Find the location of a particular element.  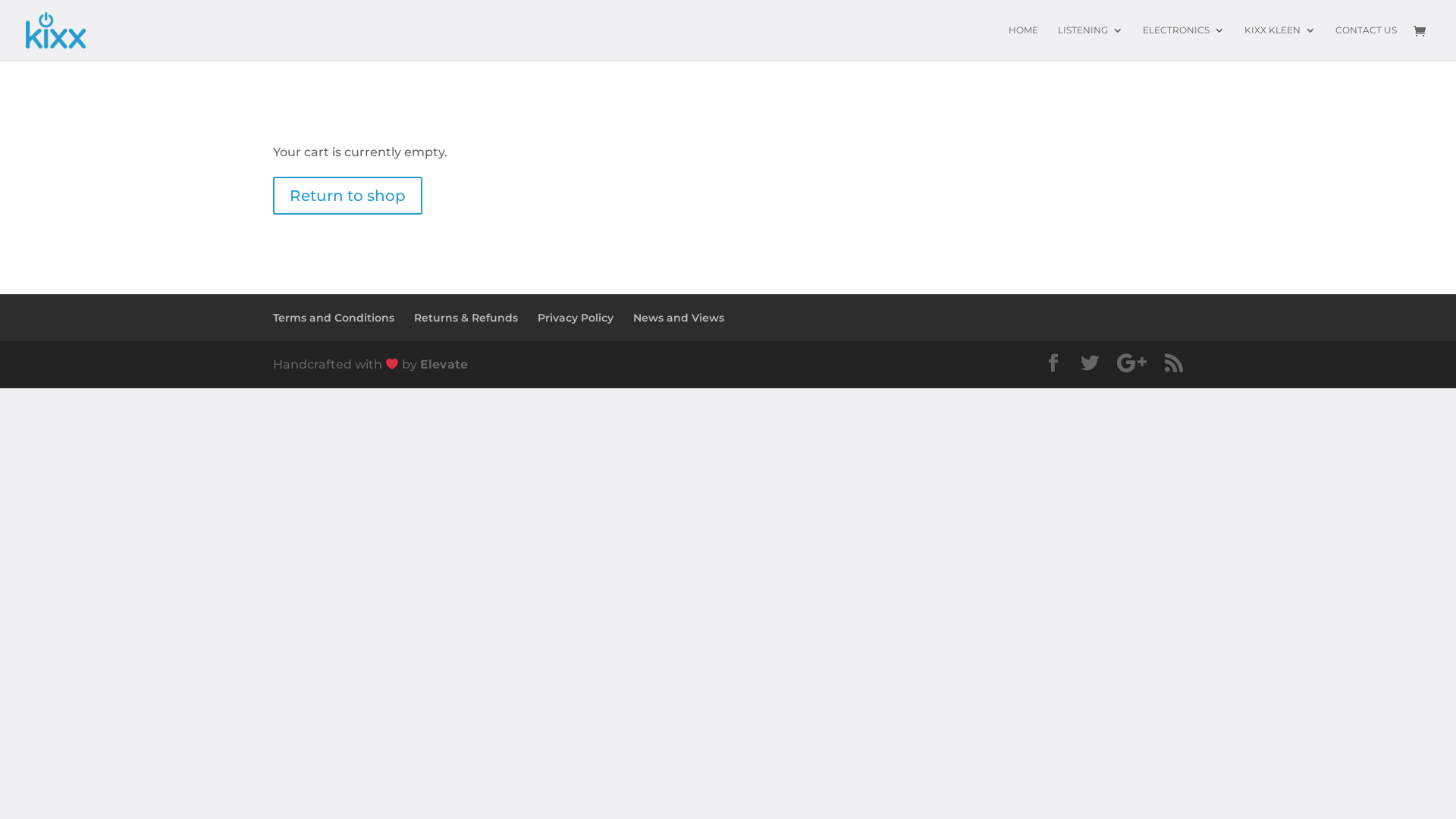

'News and Views' is located at coordinates (677, 317).